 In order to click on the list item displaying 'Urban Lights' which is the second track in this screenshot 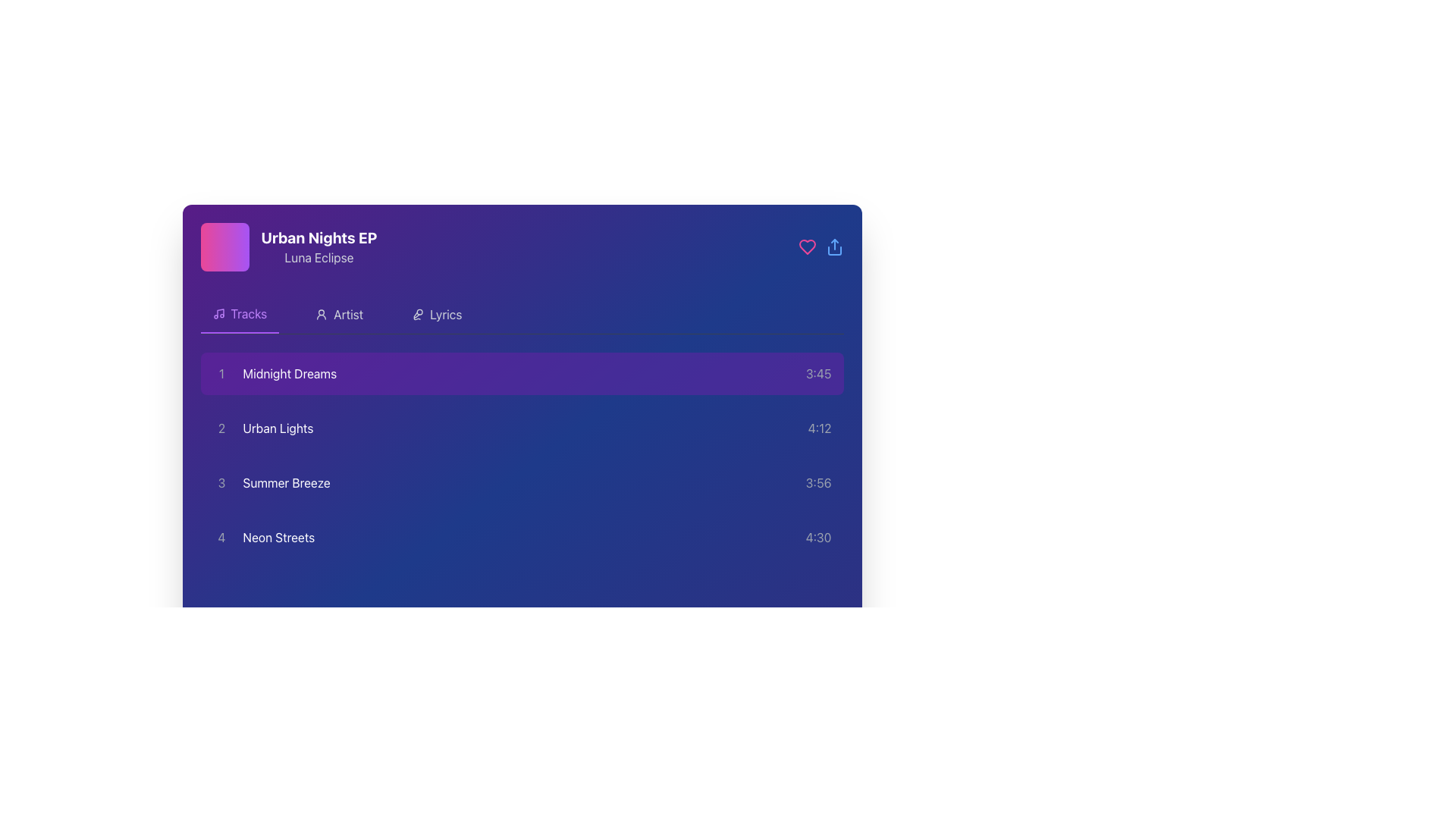, I will do `click(262, 428)`.